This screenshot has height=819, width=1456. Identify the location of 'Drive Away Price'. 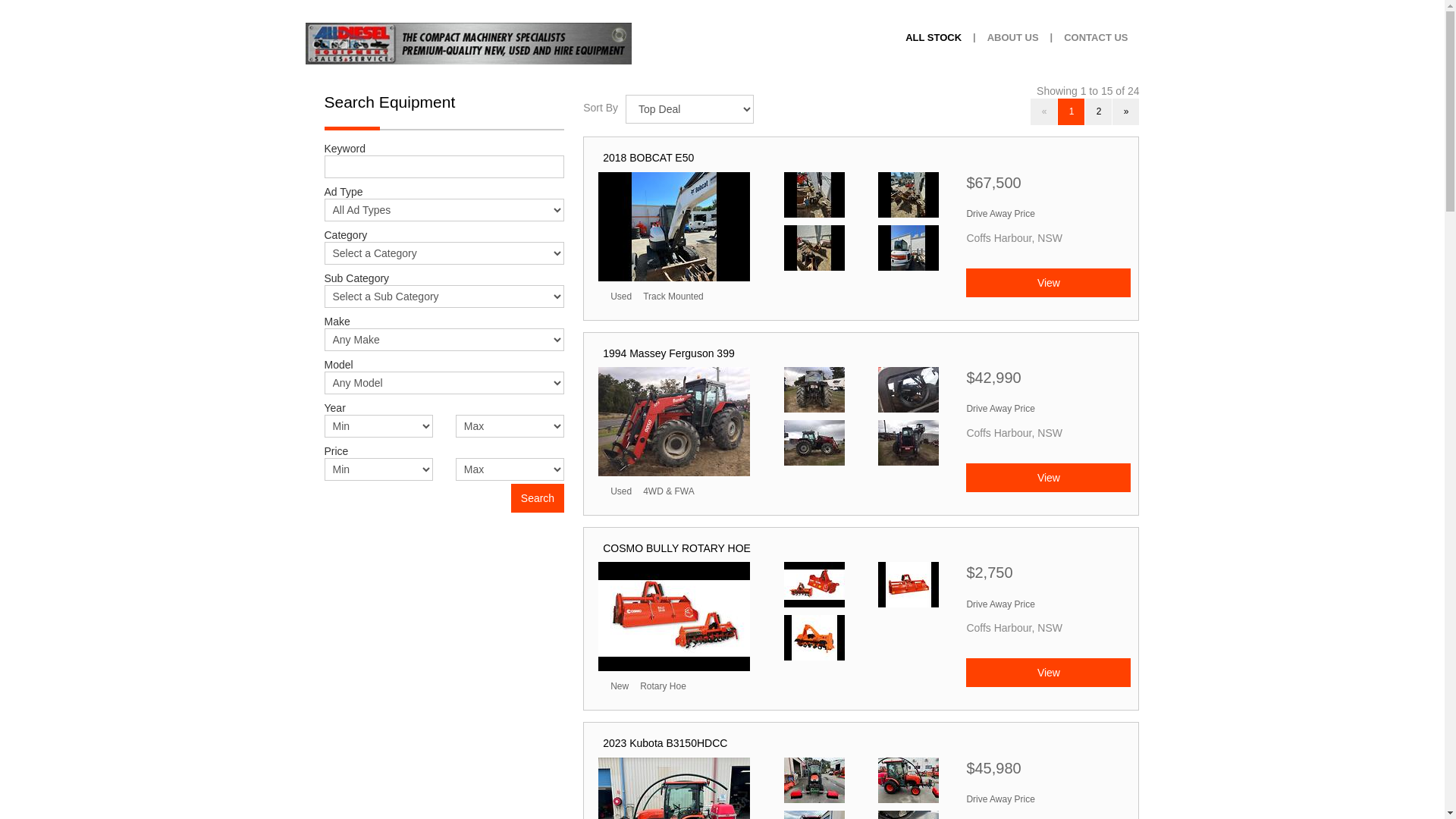
(1000, 213).